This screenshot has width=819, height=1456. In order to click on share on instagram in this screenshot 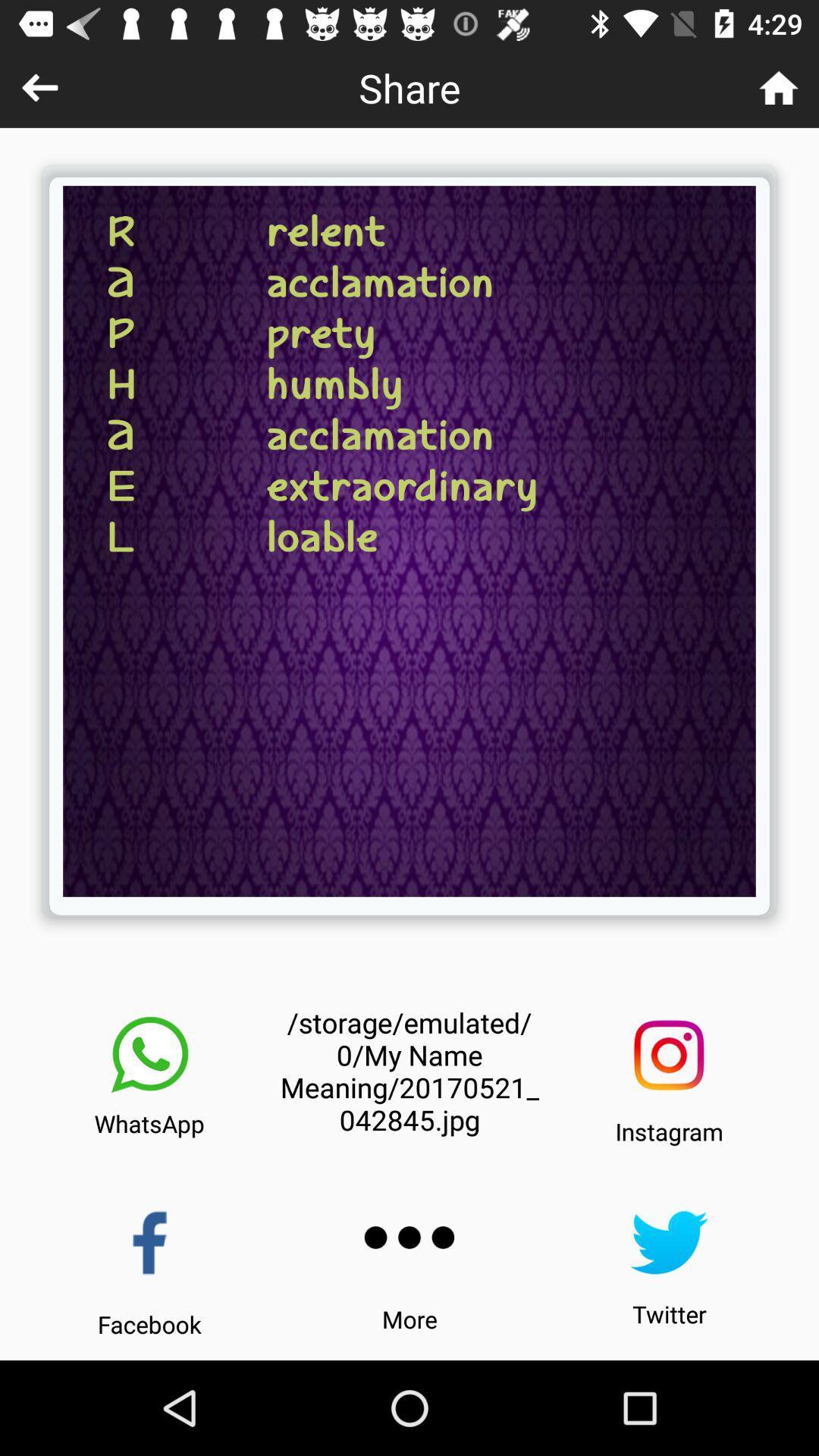, I will do `click(668, 1054)`.